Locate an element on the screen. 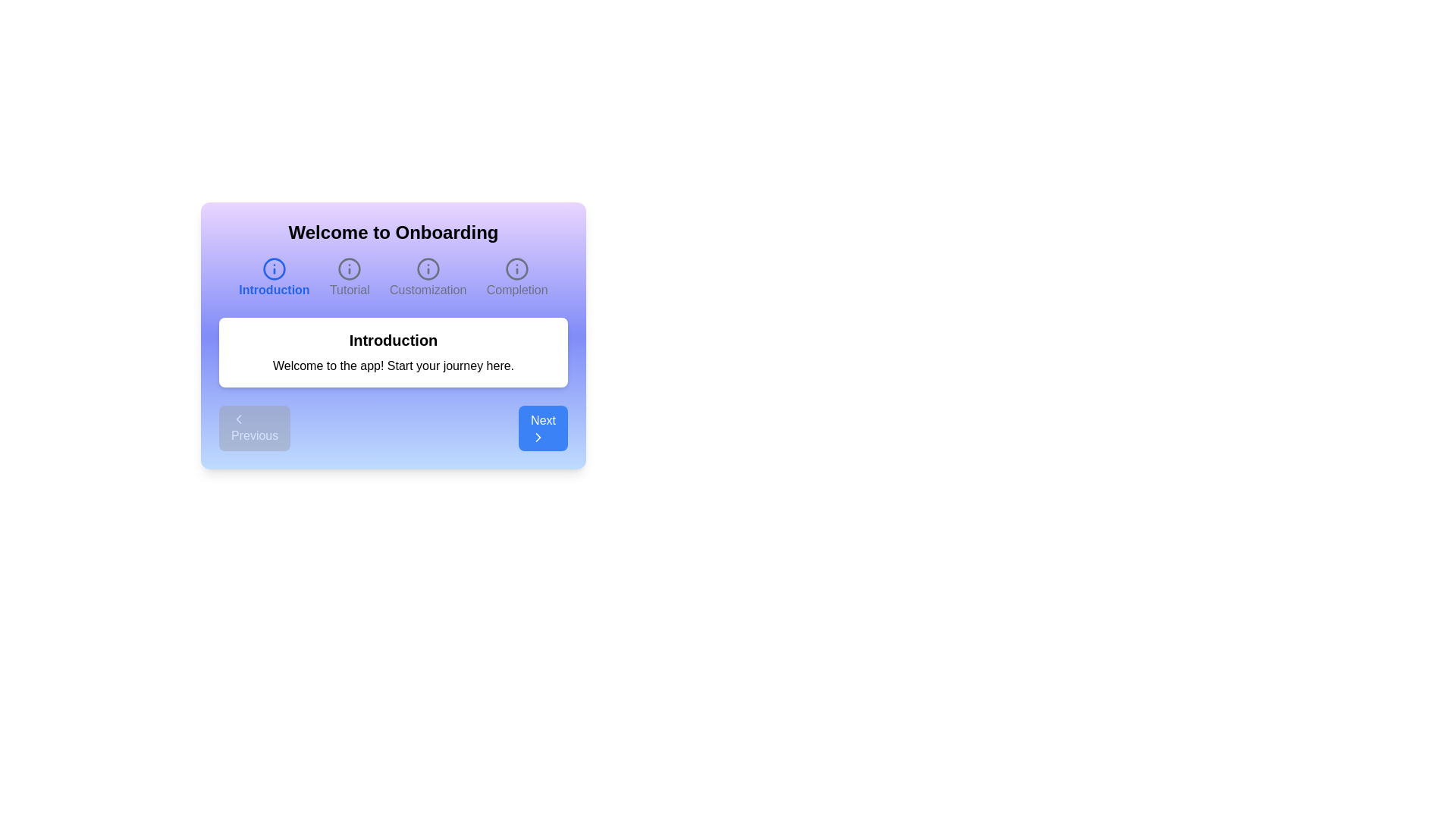 The image size is (1456, 819). the stepper item labeled 'Customization', which features a circular icon with an 'i' inside and is the third in a series of four navigation indicators is located at coordinates (427, 278).